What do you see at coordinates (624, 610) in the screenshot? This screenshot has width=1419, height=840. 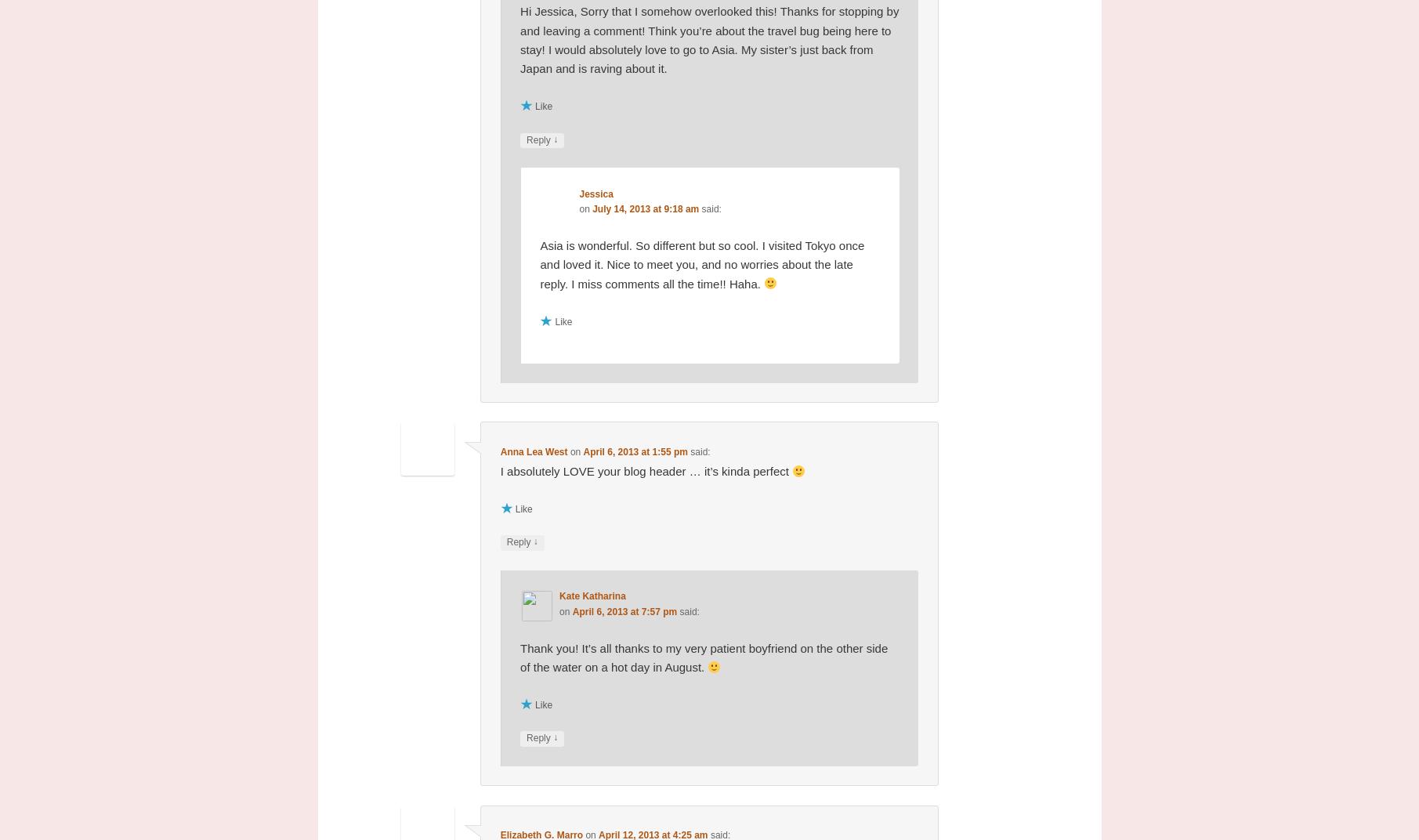 I see `'April 6, 2013 at 7:57 pm'` at bounding box center [624, 610].